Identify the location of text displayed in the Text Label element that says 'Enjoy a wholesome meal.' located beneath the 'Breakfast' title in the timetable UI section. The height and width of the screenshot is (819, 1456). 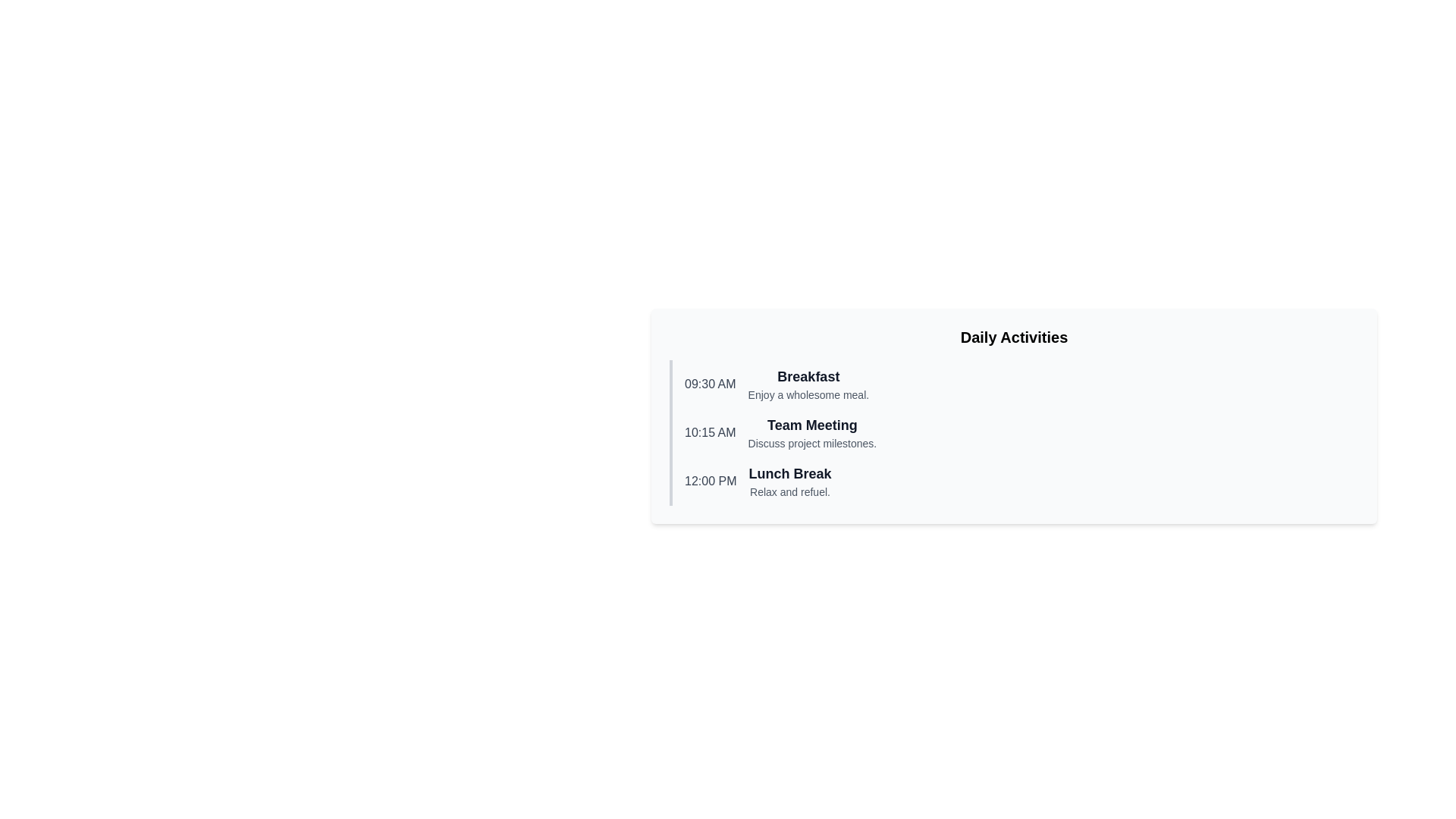
(808, 394).